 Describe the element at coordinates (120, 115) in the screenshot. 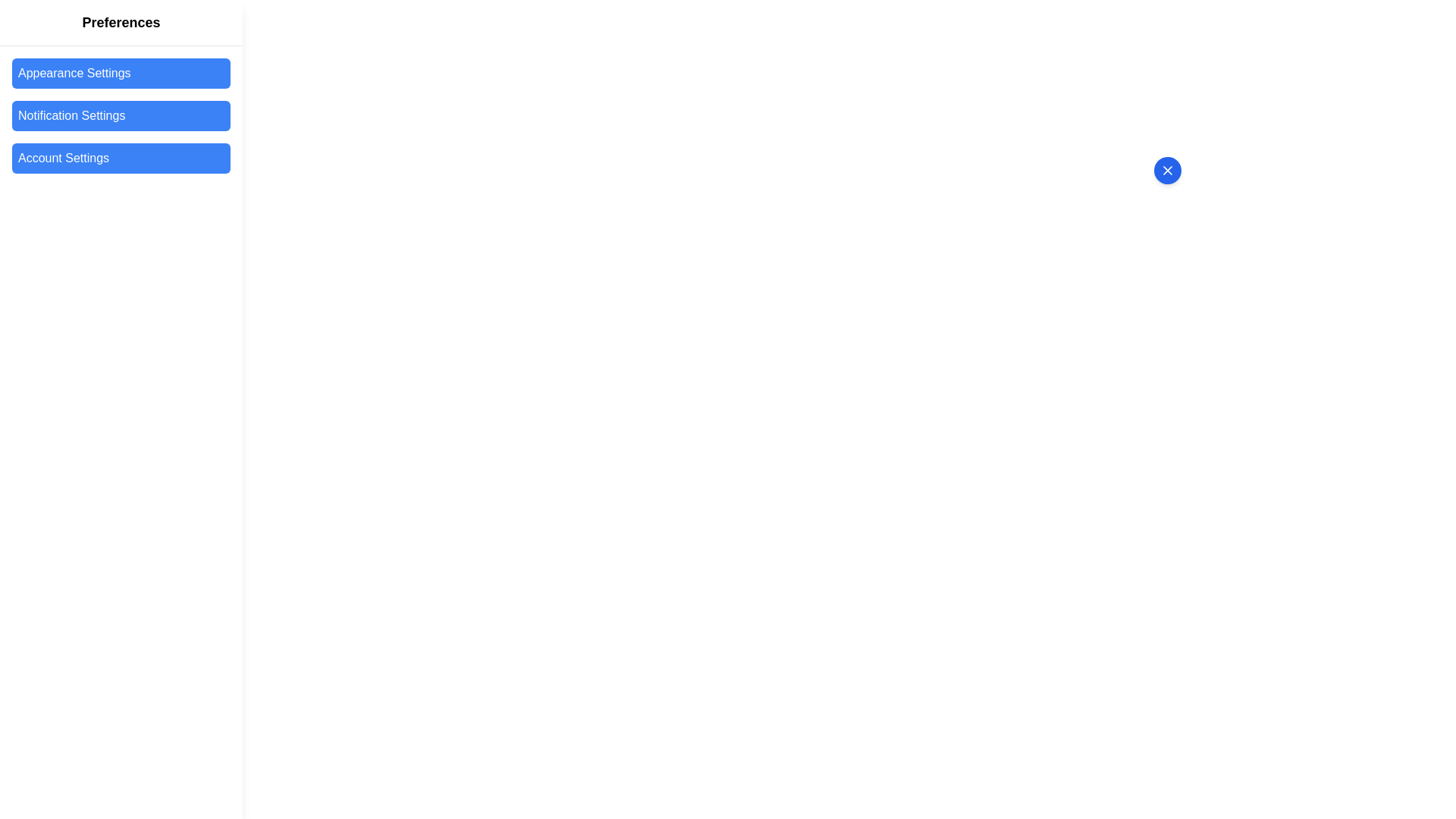

I see `the wide blue button labeled 'Notification Settings'` at that location.